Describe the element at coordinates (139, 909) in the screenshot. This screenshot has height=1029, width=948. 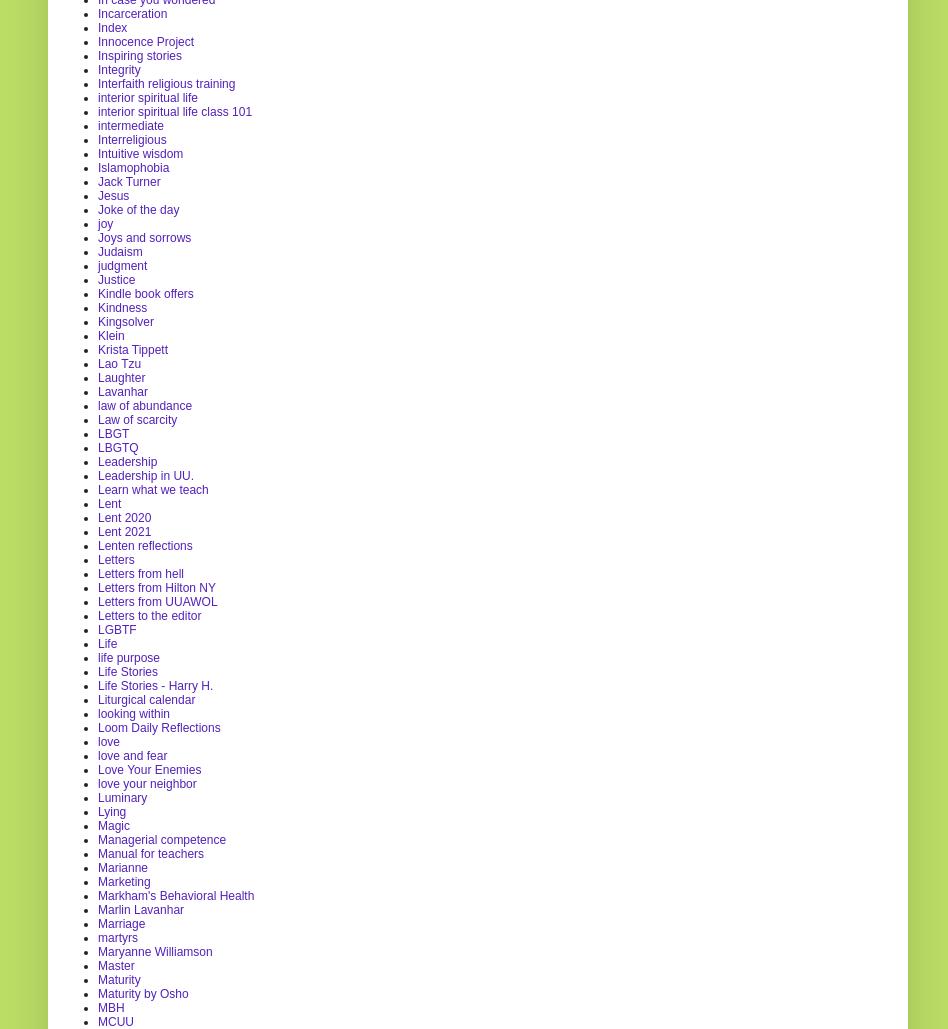
I see `'Marlin Lavanhar'` at that location.